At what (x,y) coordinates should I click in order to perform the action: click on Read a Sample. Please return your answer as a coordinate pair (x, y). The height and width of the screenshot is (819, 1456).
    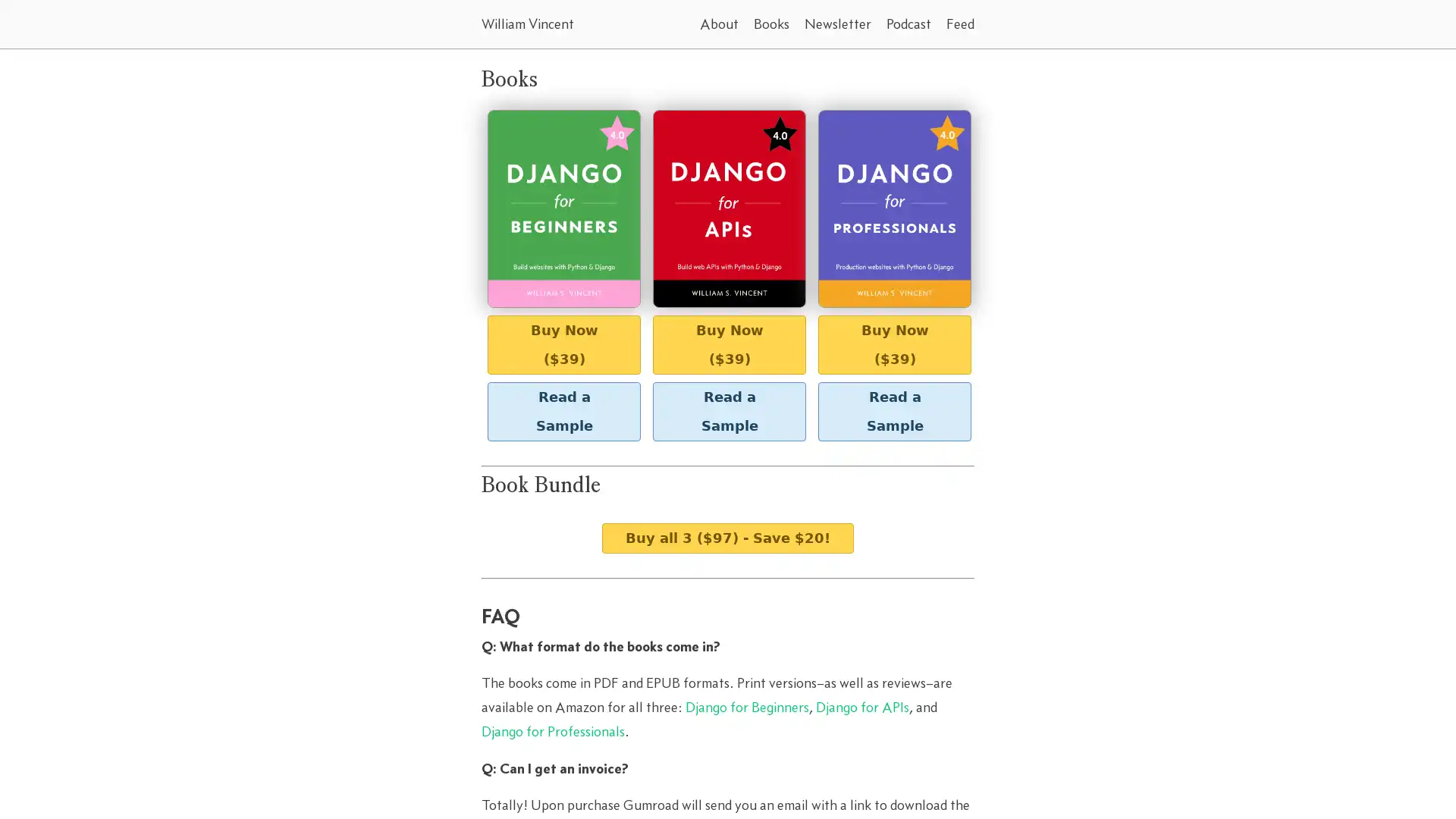
    Looking at the image, I should click on (563, 411).